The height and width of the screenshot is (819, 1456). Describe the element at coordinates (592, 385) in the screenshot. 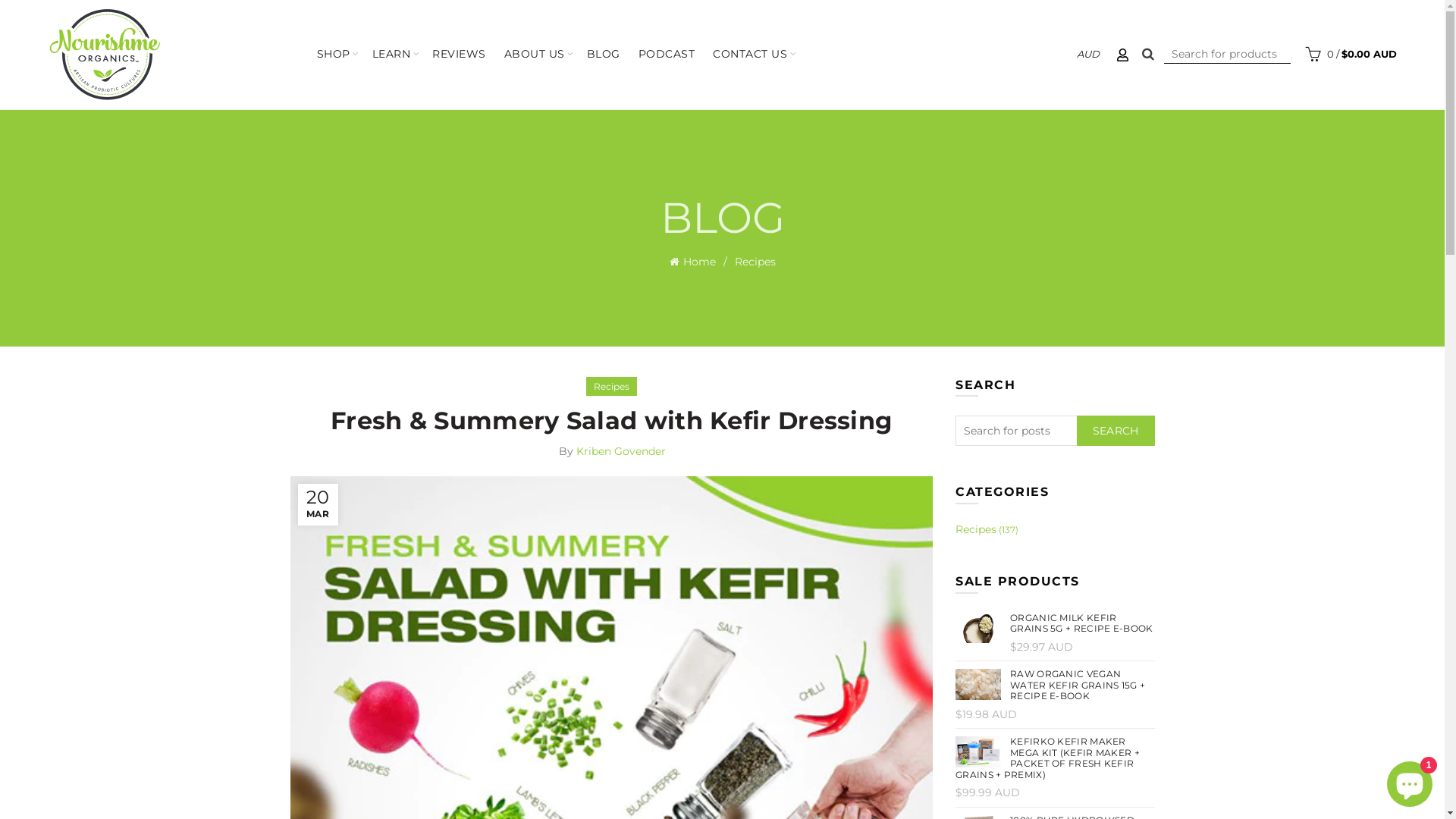

I see `'Recipes'` at that location.